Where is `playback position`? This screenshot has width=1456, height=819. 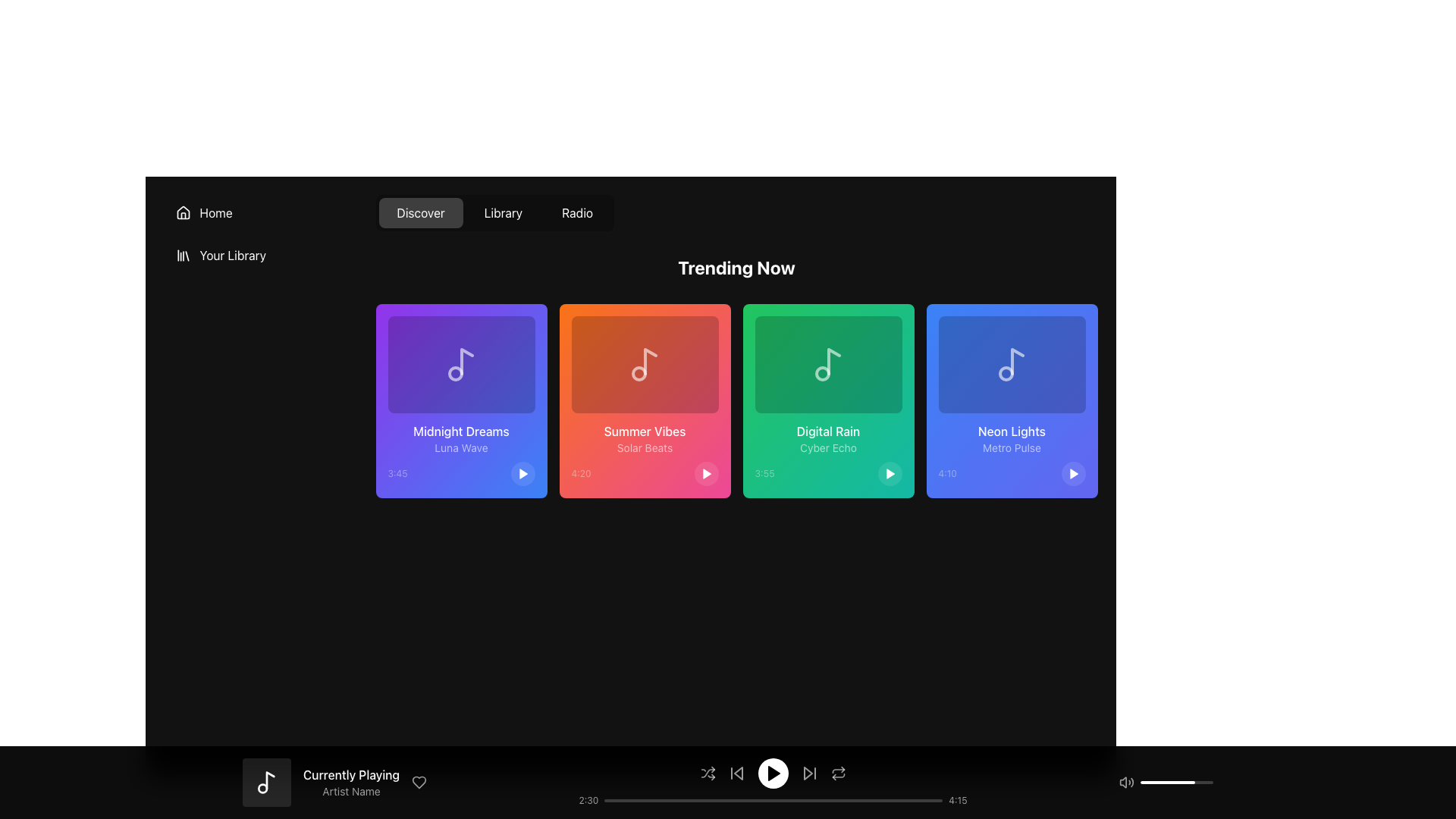
playback position is located at coordinates (677, 800).